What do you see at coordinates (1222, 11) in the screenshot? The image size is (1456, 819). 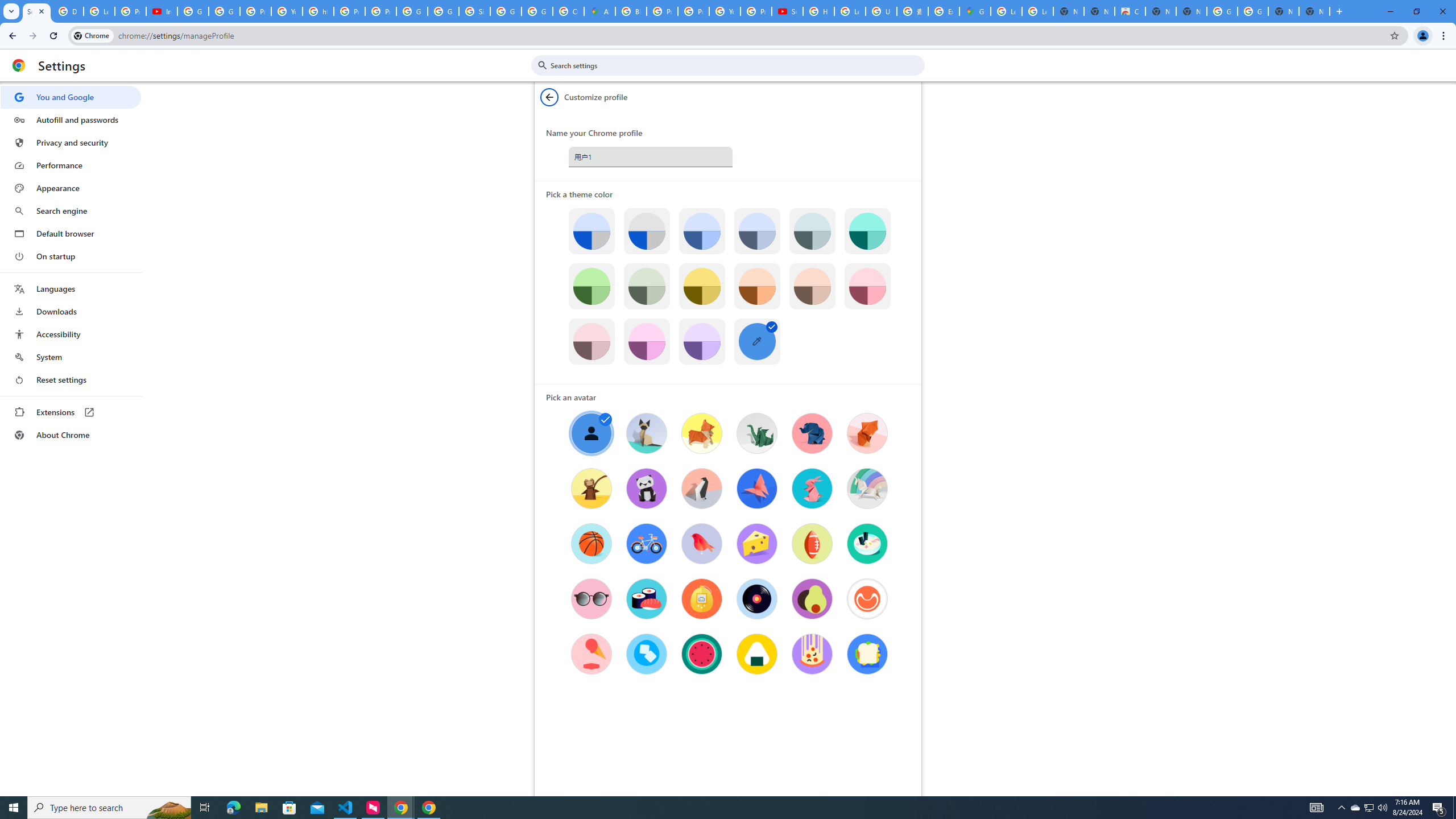 I see `'Google Images'` at bounding box center [1222, 11].